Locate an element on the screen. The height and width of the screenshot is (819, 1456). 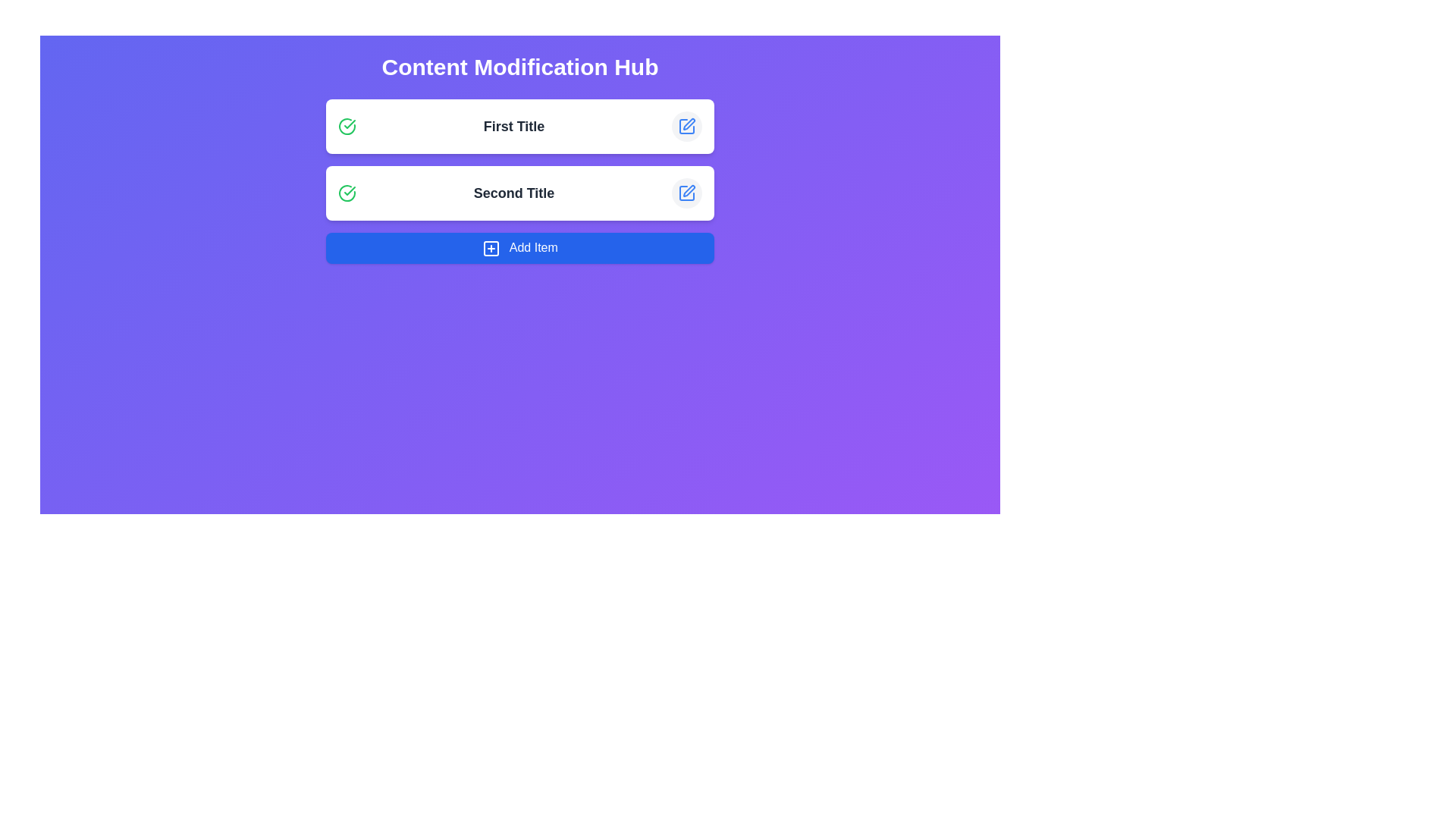
the green circular icon with a checkmark that is located to the left of the text 'First Title' is located at coordinates (346, 125).